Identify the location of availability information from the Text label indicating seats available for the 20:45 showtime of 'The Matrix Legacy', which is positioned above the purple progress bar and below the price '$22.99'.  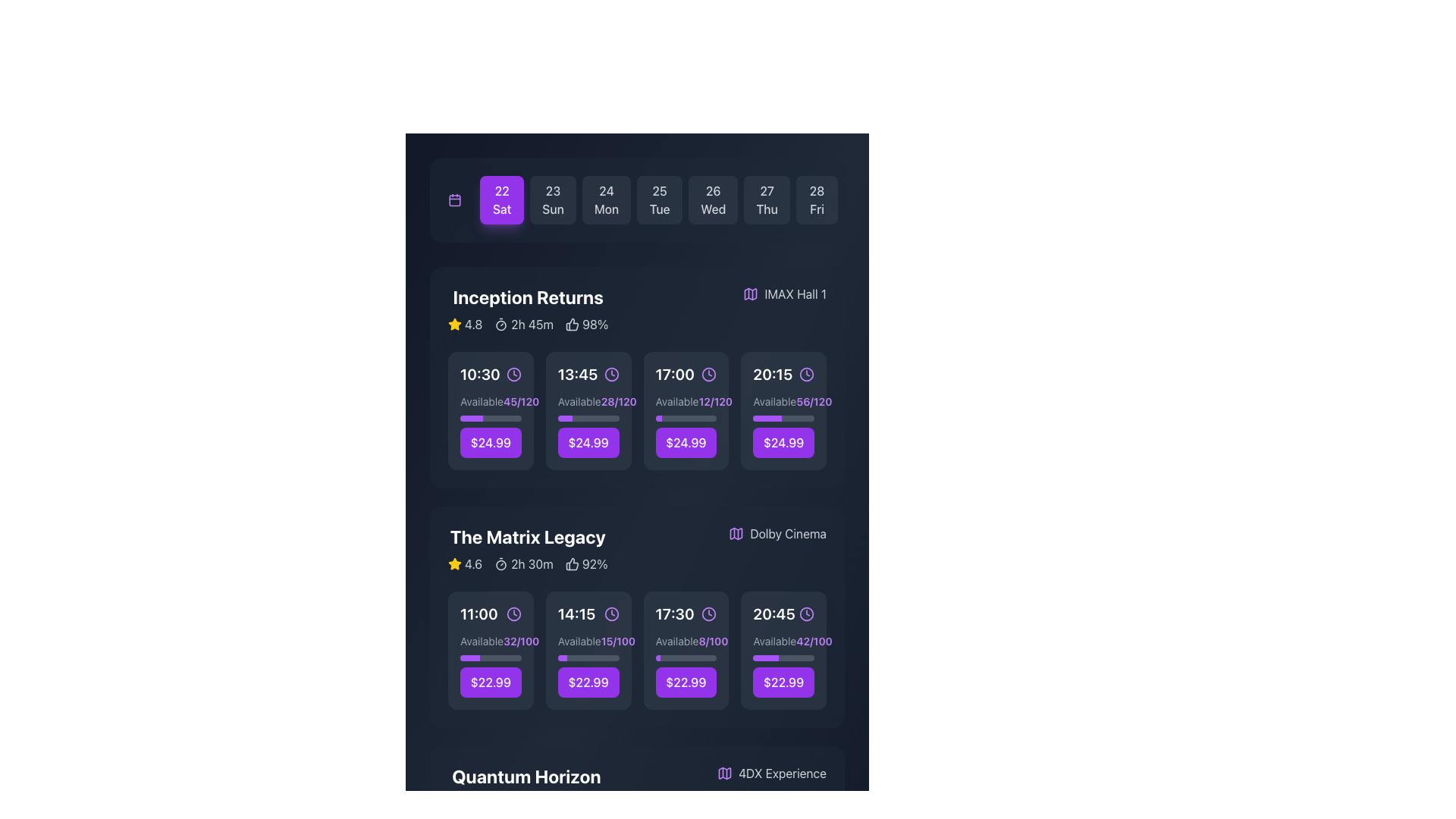
(783, 641).